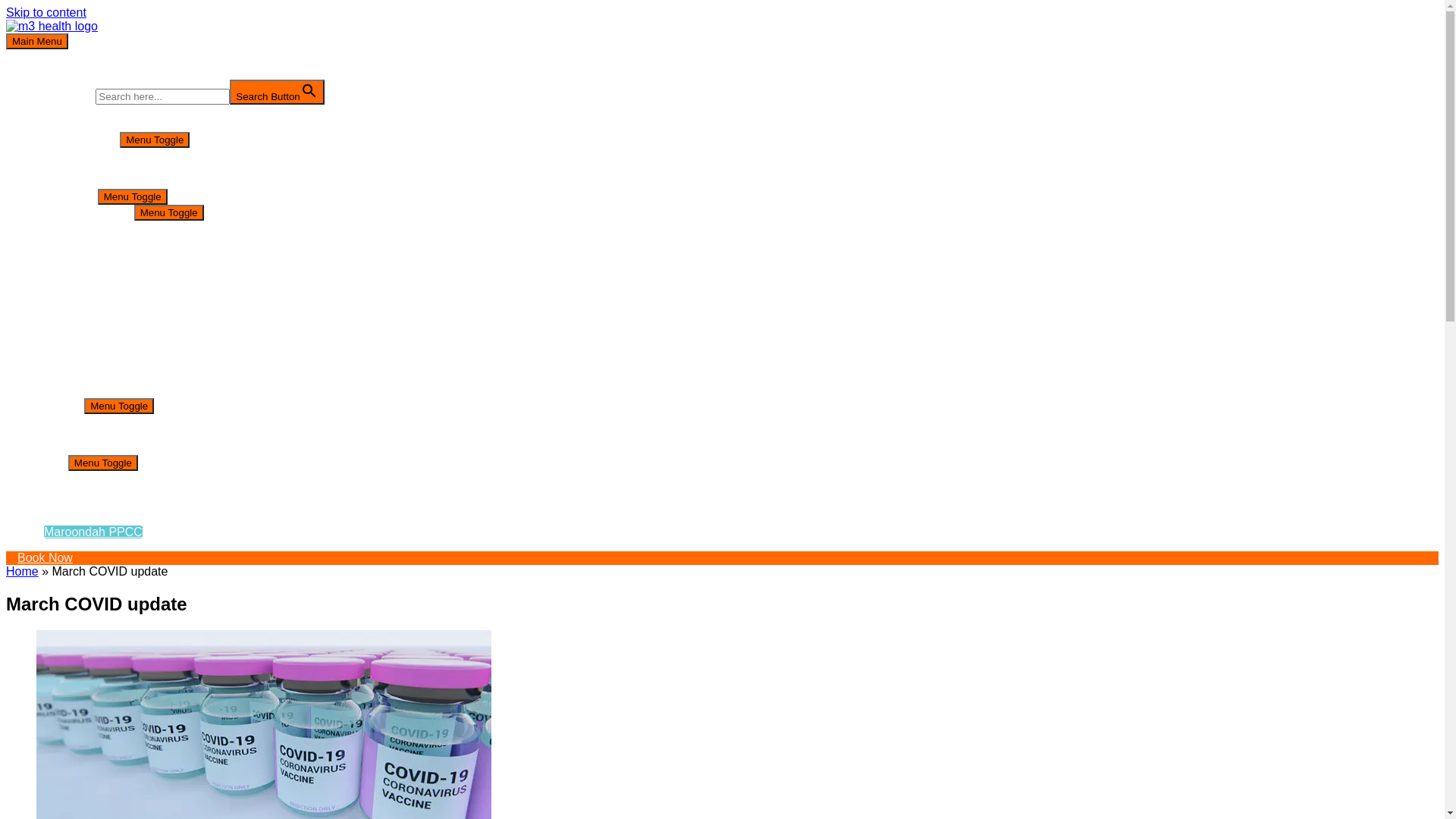  I want to click on 'Search Button', so click(276, 92).